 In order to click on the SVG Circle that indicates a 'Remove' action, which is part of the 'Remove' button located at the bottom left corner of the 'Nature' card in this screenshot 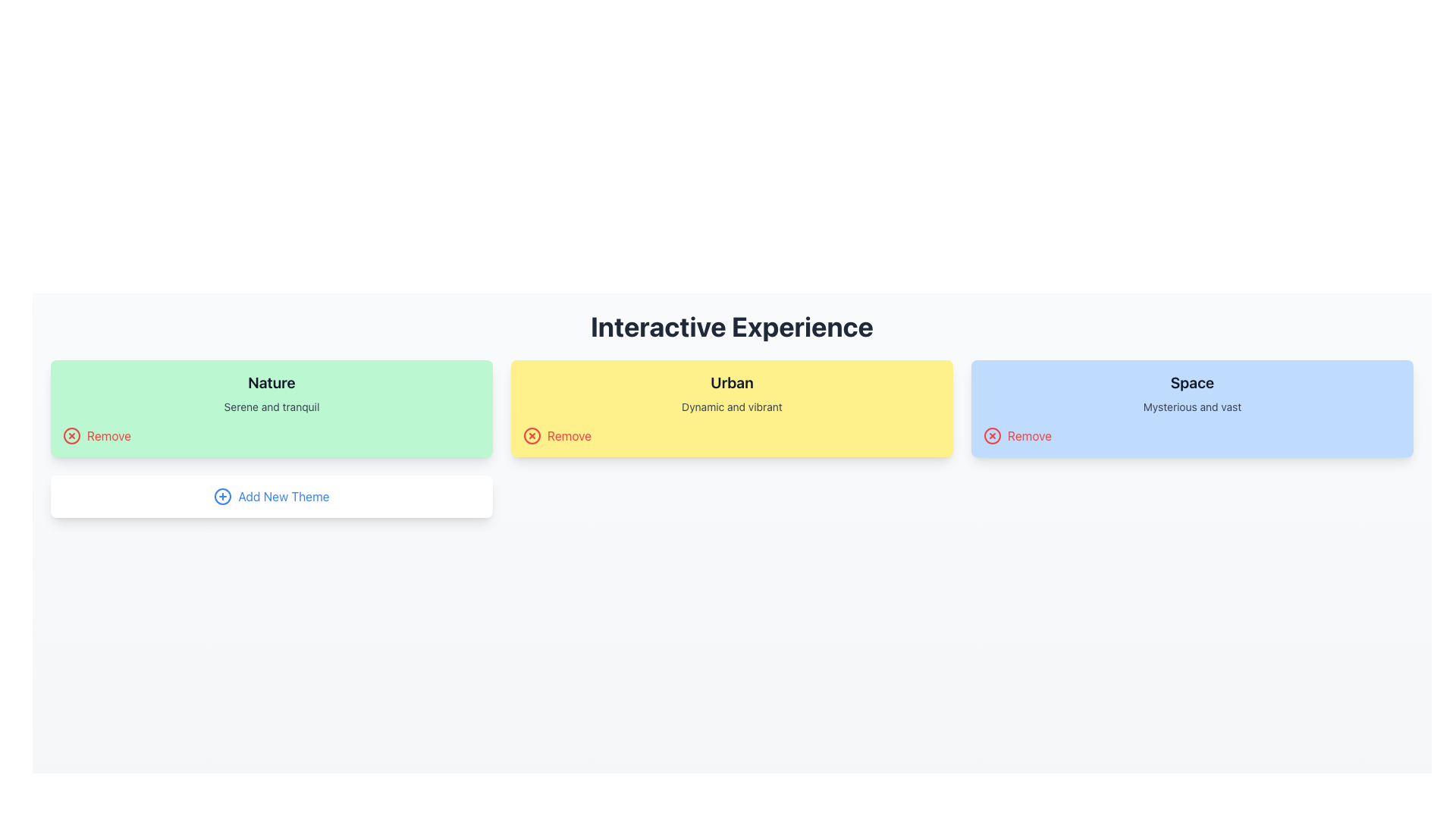, I will do `click(71, 435)`.